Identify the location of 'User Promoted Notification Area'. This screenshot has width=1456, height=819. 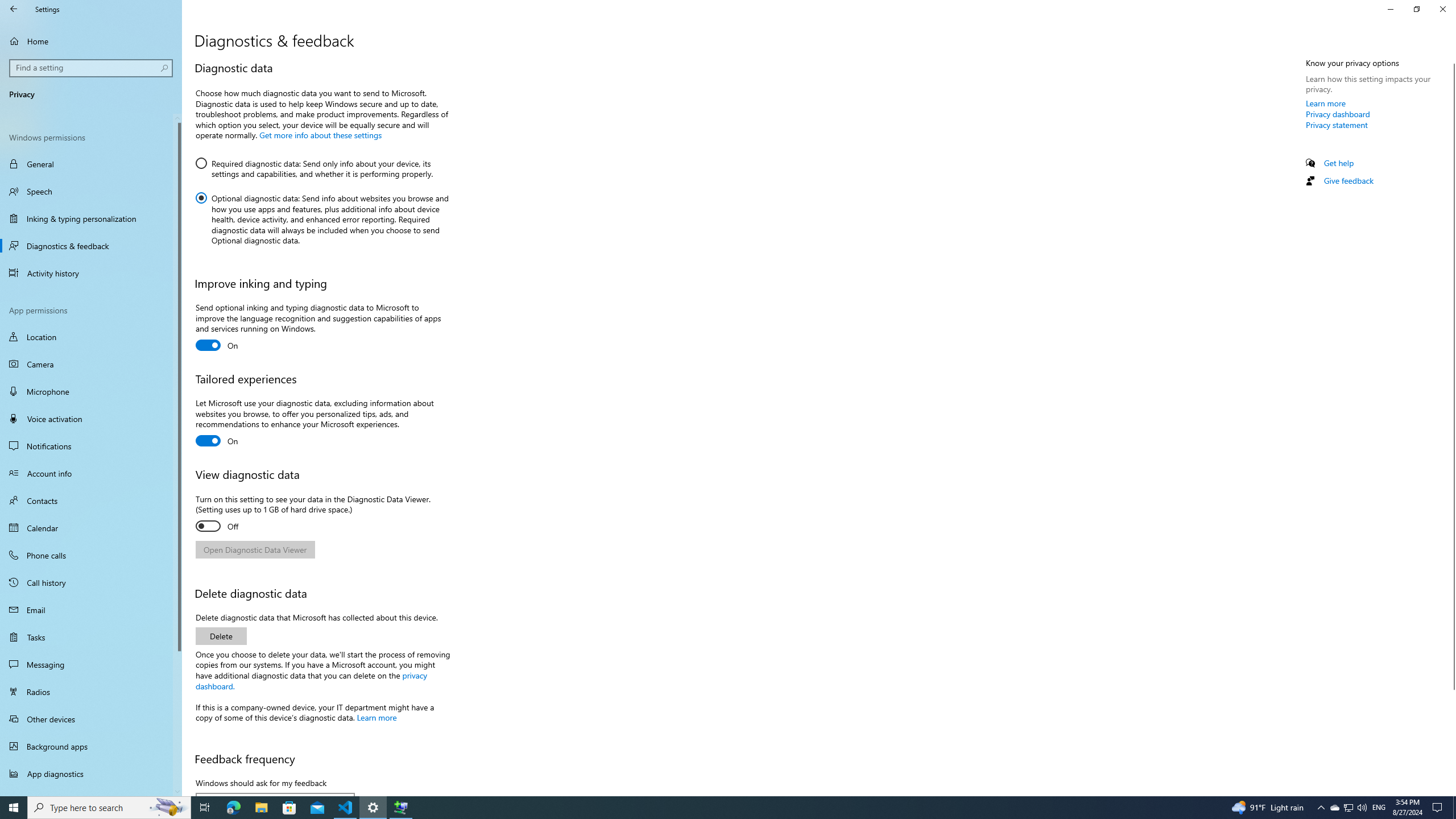
(1347, 806).